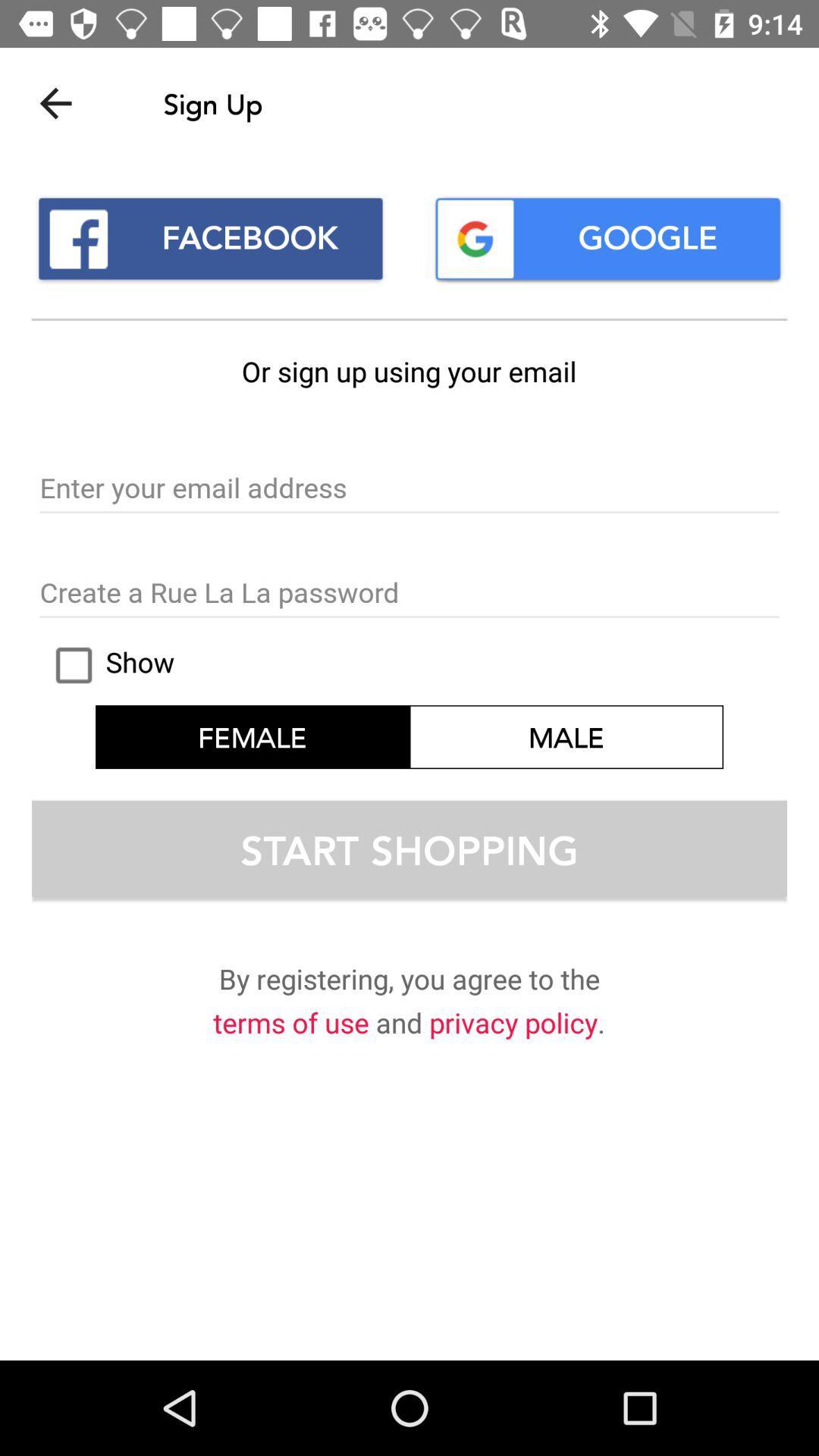  Describe the element at coordinates (251, 736) in the screenshot. I see `icon above the start shopping icon` at that location.